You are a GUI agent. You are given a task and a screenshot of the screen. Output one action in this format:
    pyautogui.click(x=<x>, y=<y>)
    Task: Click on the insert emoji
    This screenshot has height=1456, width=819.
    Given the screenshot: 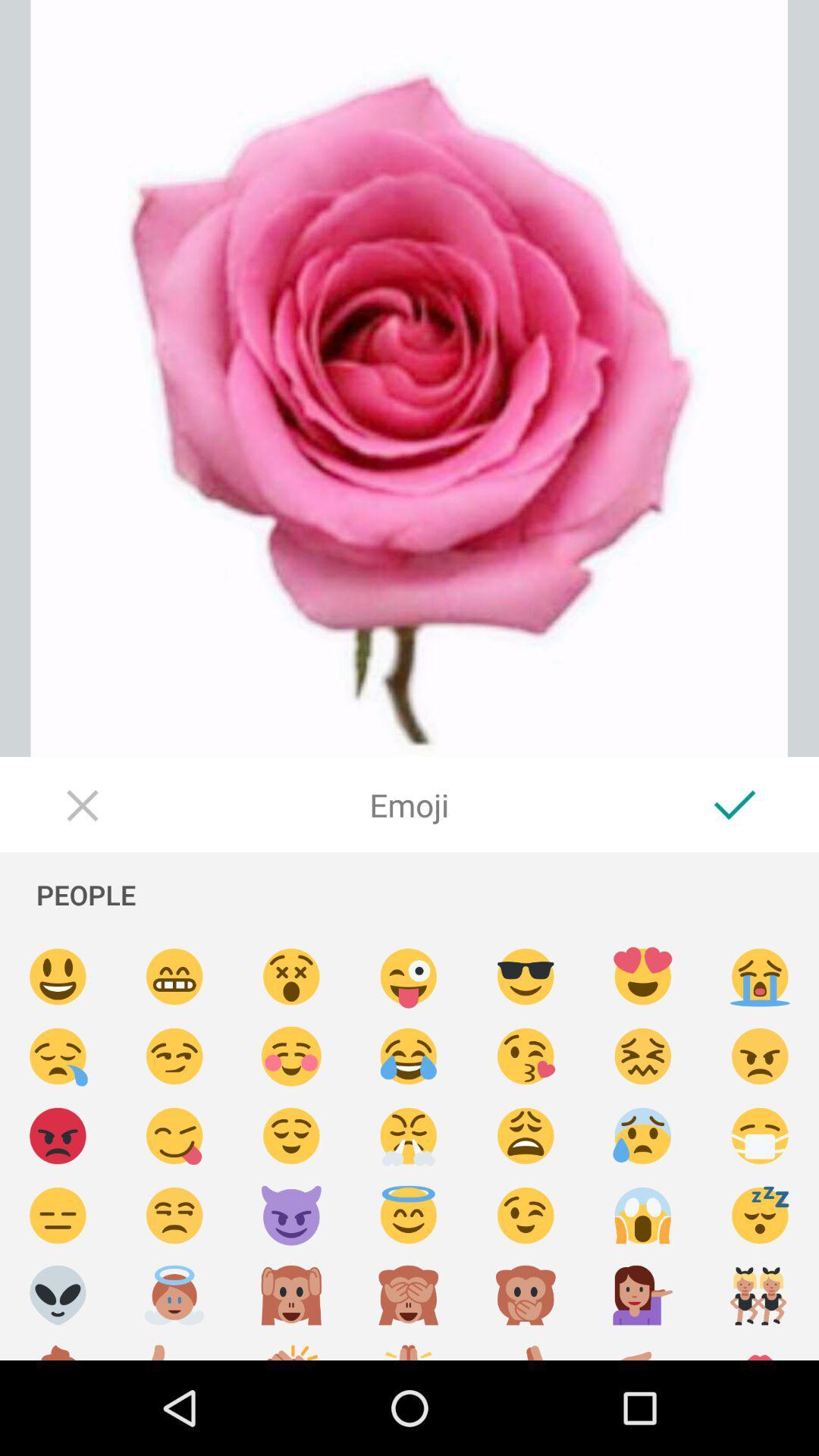 What is the action you would take?
    pyautogui.click(x=174, y=1056)
    